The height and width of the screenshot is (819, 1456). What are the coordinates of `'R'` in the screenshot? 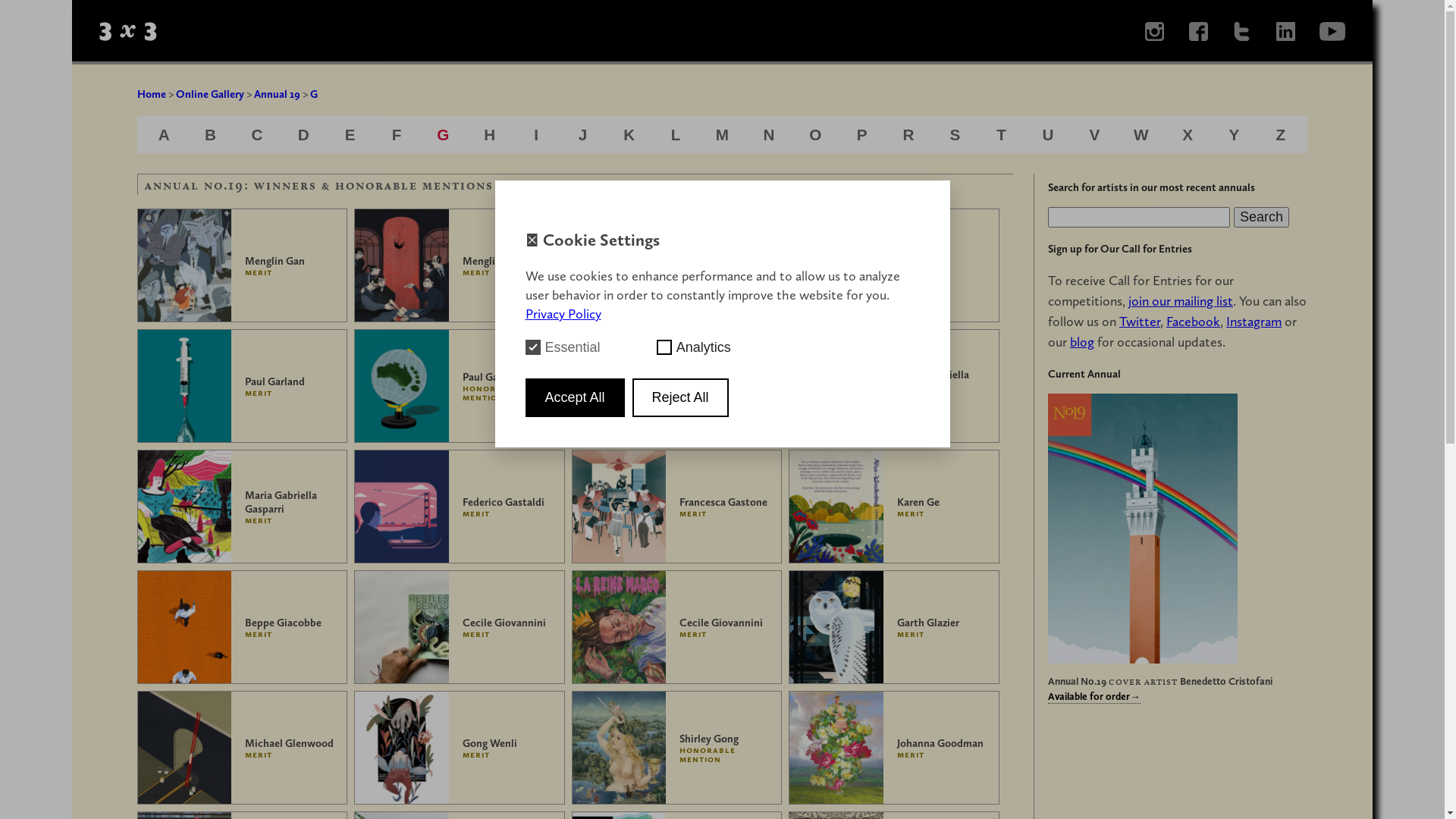 It's located at (908, 133).